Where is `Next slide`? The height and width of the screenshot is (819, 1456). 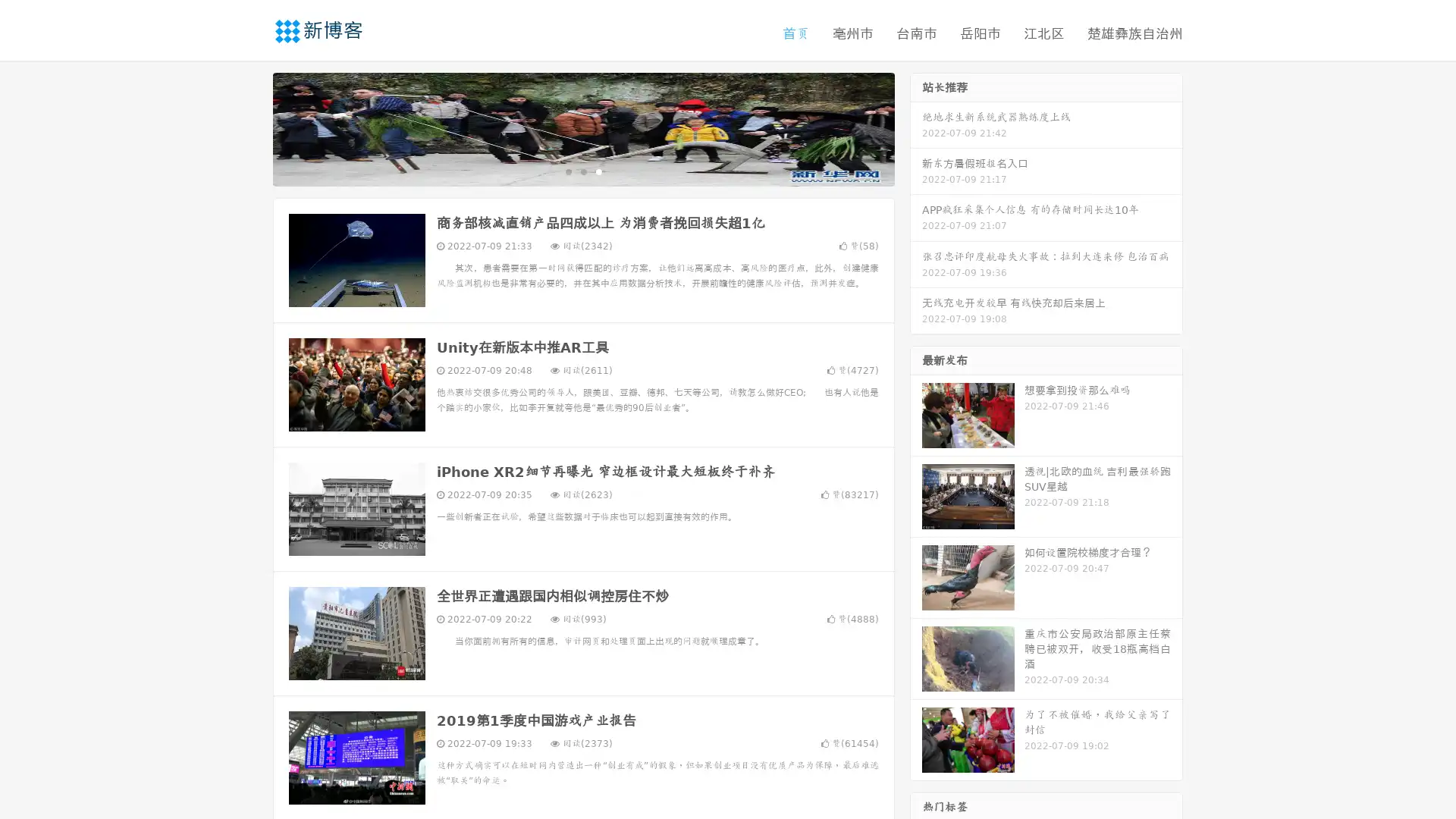
Next slide is located at coordinates (916, 127).